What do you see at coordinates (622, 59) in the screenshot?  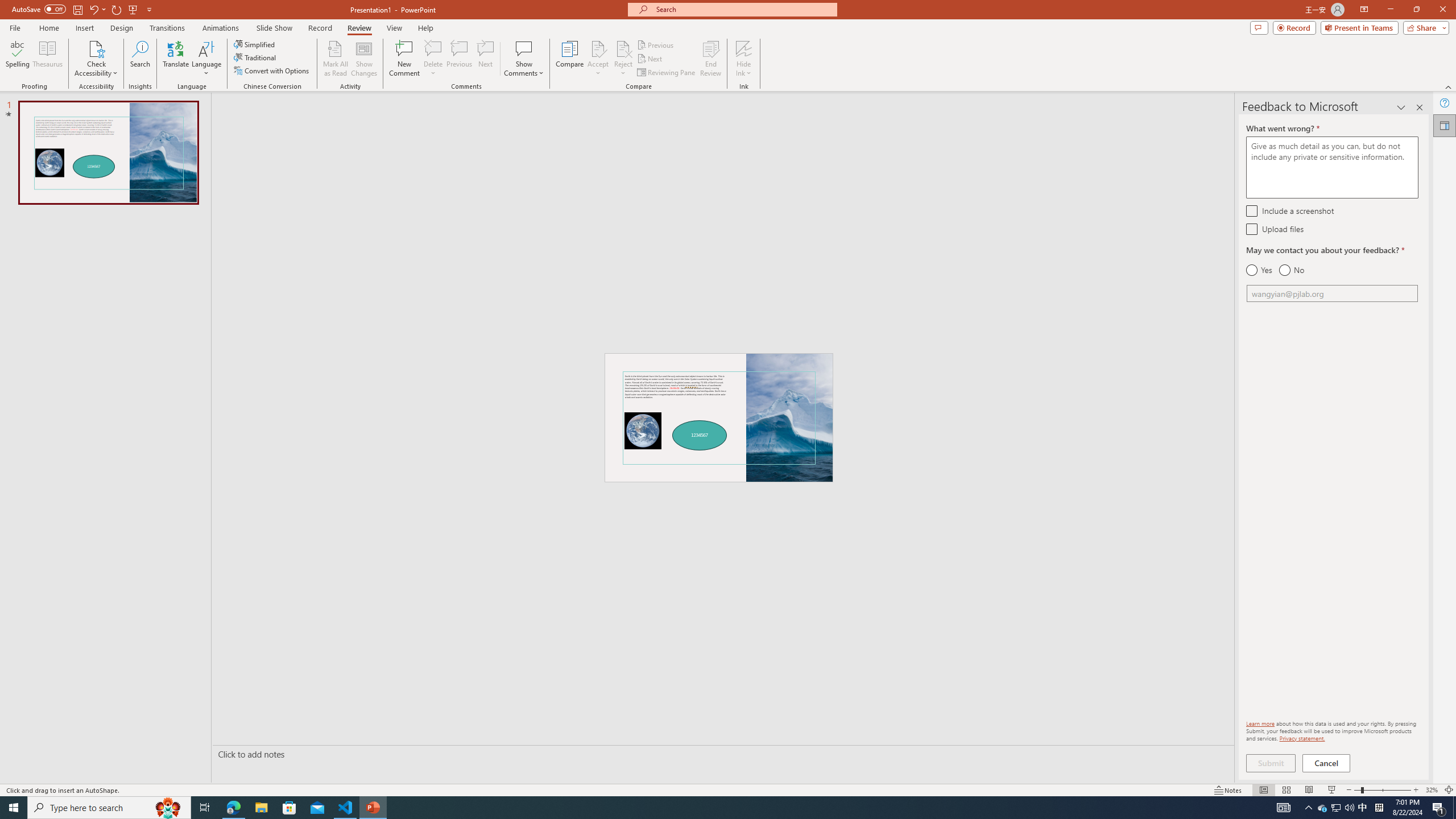 I see `'Reject'` at bounding box center [622, 59].